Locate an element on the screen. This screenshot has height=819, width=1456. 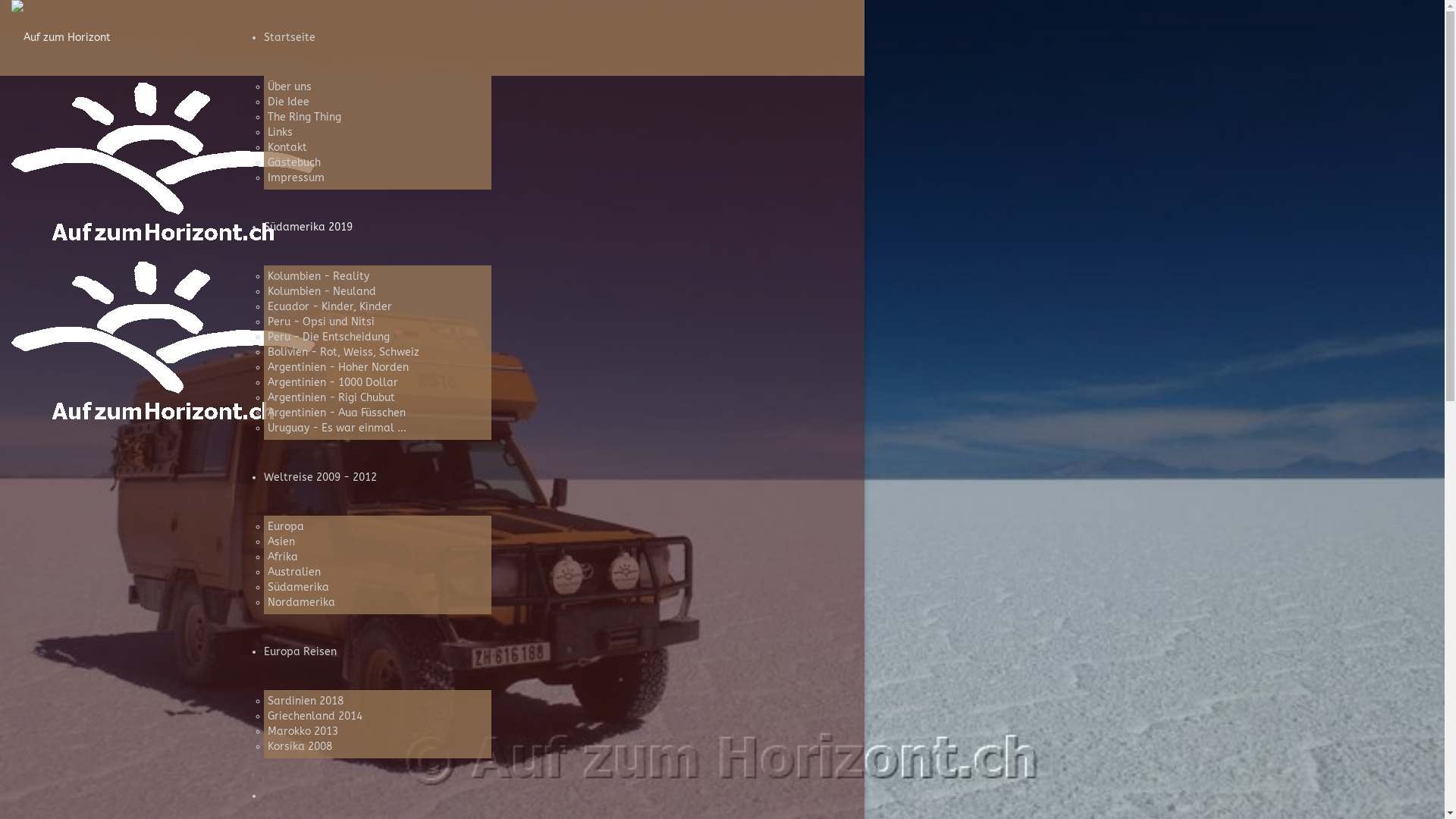
'Kolumbien - Neuland' is located at coordinates (266, 291).